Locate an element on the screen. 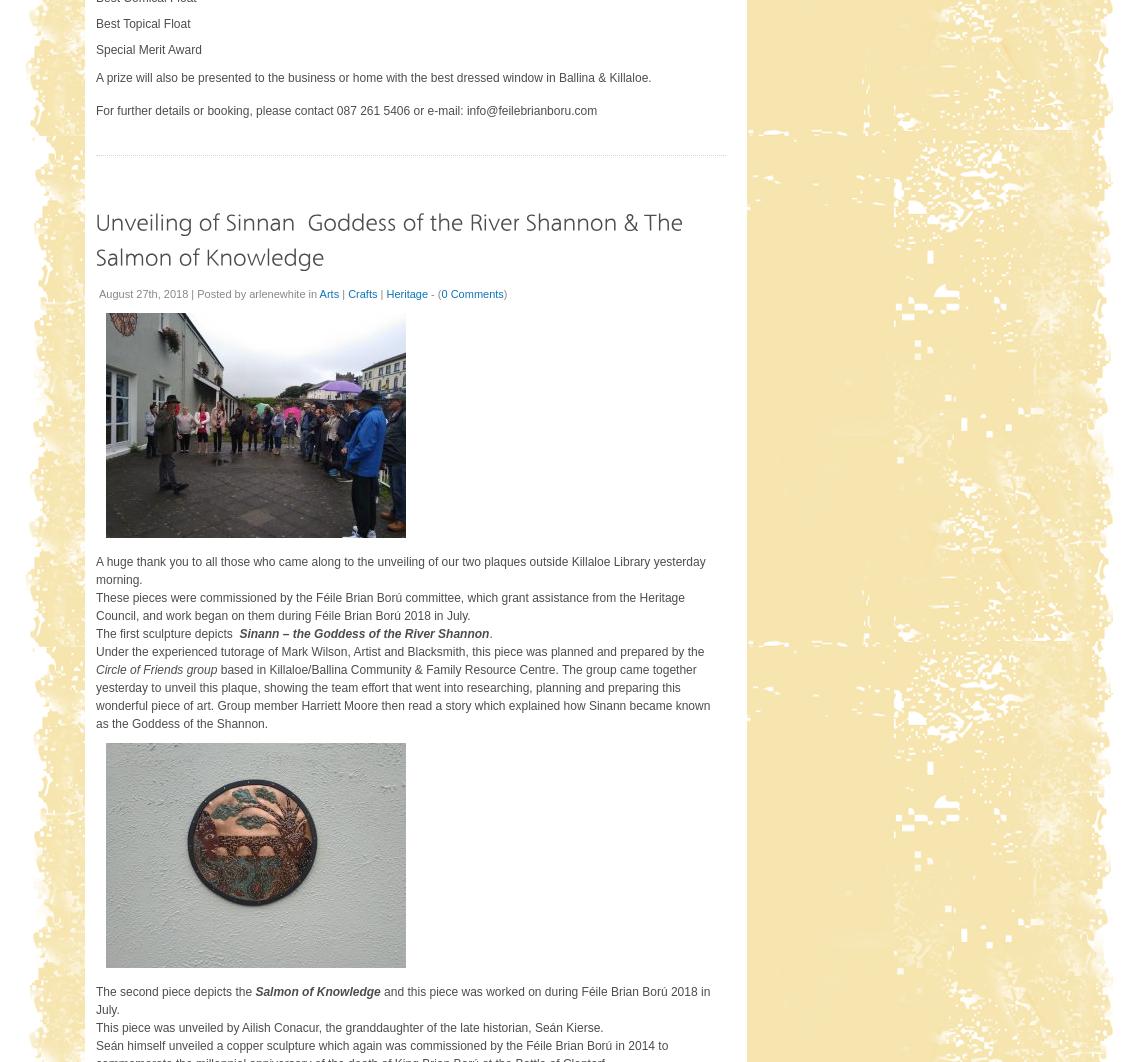 The image size is (1140, 1062). 'Crafts' is located at coordinates (361, 292).